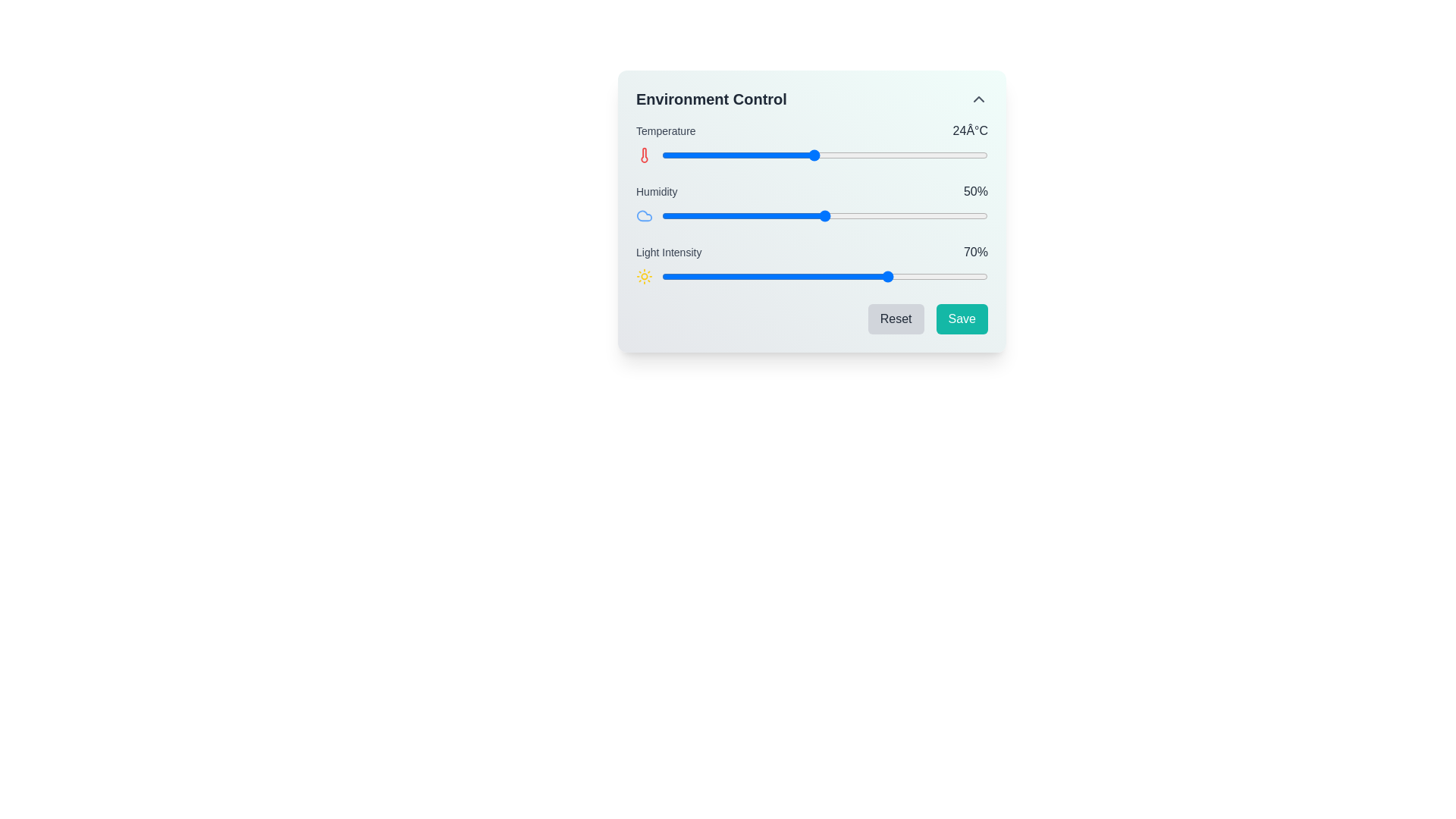 The width and height of the screenshot is (1456, 819). I want to click on the humidity level, so click(662, 216).